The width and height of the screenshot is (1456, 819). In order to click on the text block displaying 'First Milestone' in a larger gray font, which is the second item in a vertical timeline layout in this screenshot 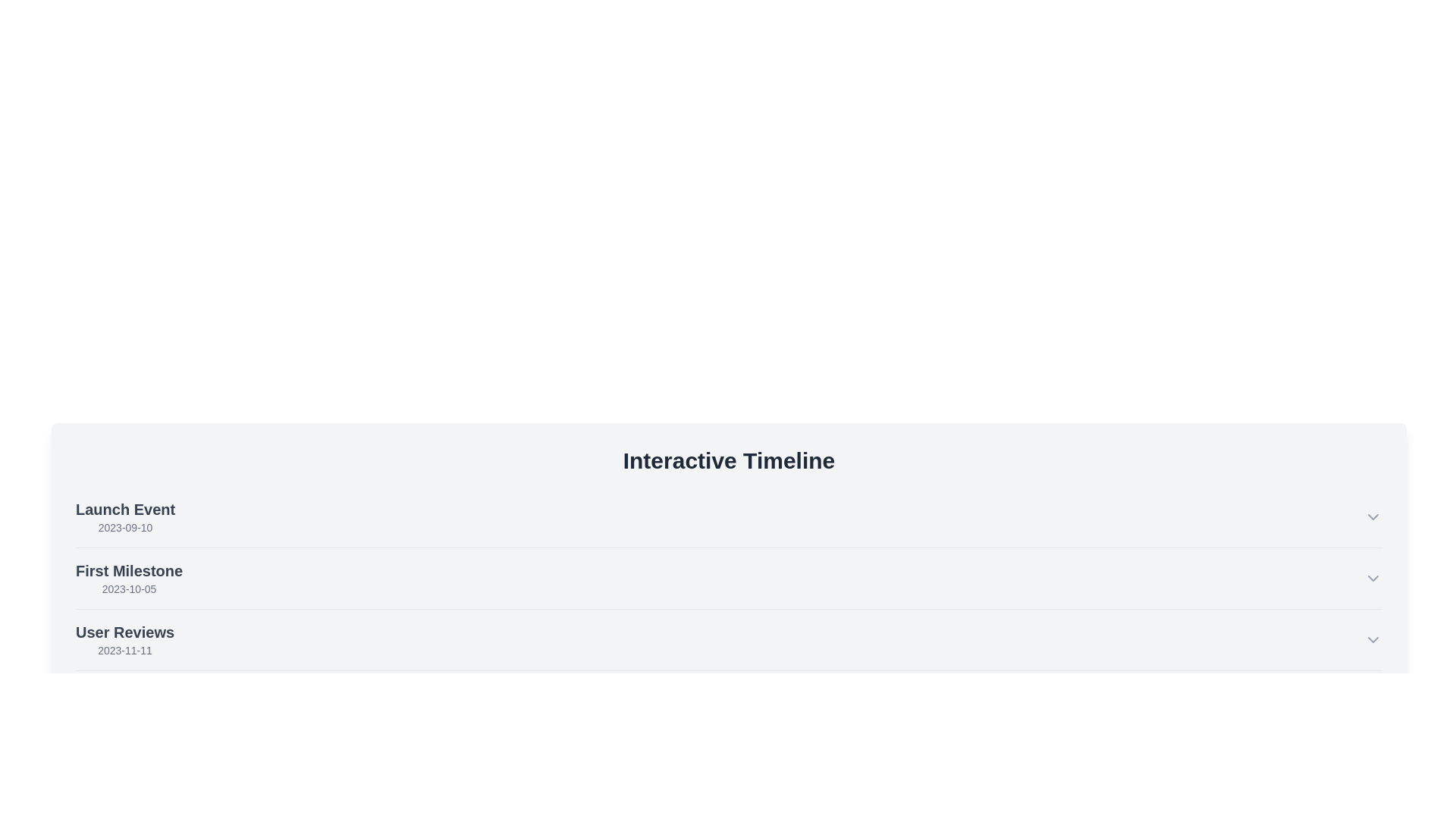, I will do `click(129, 579)`.